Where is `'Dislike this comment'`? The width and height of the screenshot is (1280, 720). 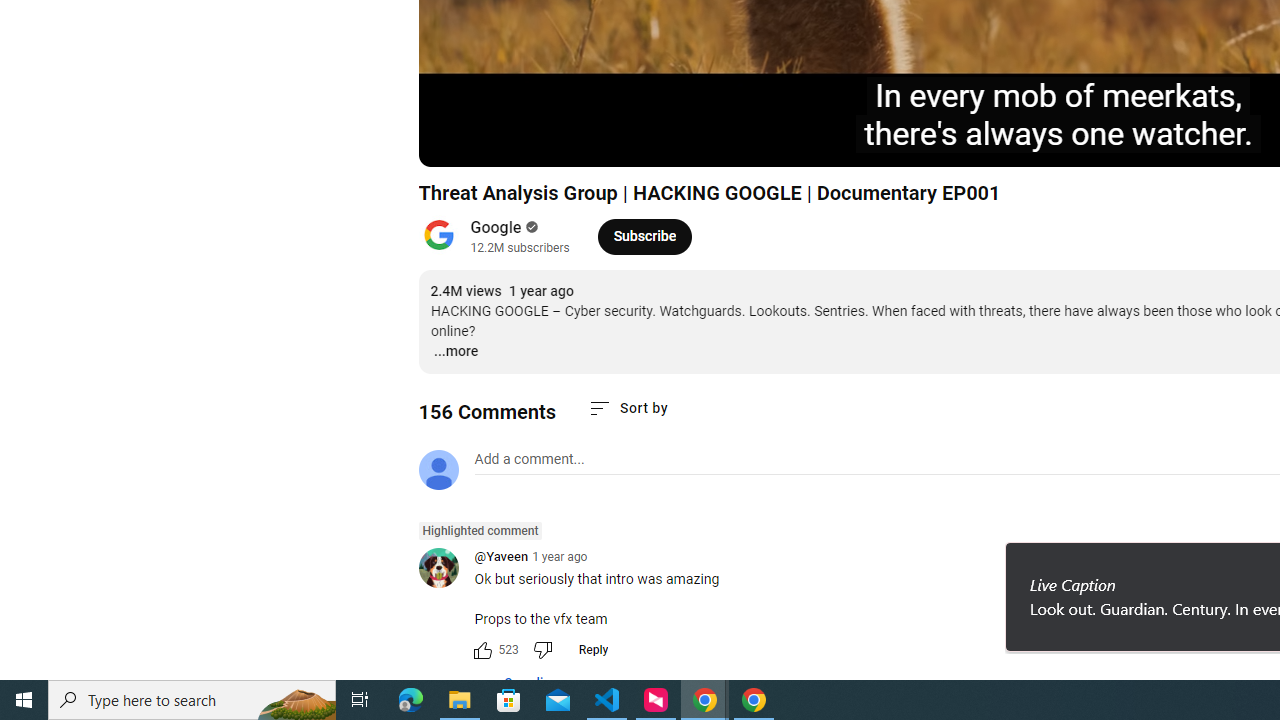 'Dislike this comment' is located at coordinates (542, 650).